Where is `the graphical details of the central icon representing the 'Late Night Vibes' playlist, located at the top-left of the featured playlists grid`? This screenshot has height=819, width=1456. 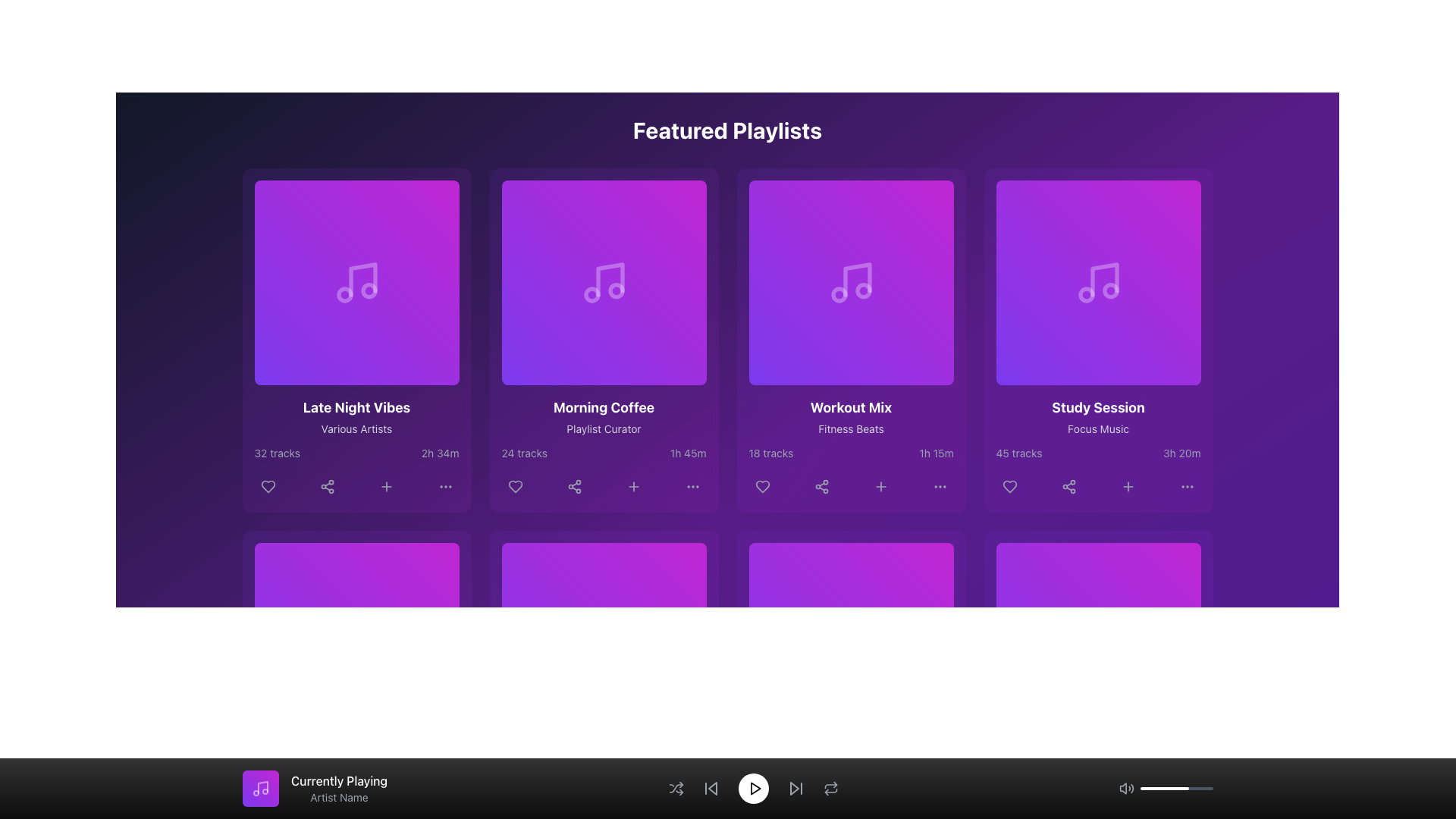 the graphical details of the central icon representing the 'Late Night Vibes' playlist, located at the top-left of the featured playlists grid is located at coordinates (356, 283).